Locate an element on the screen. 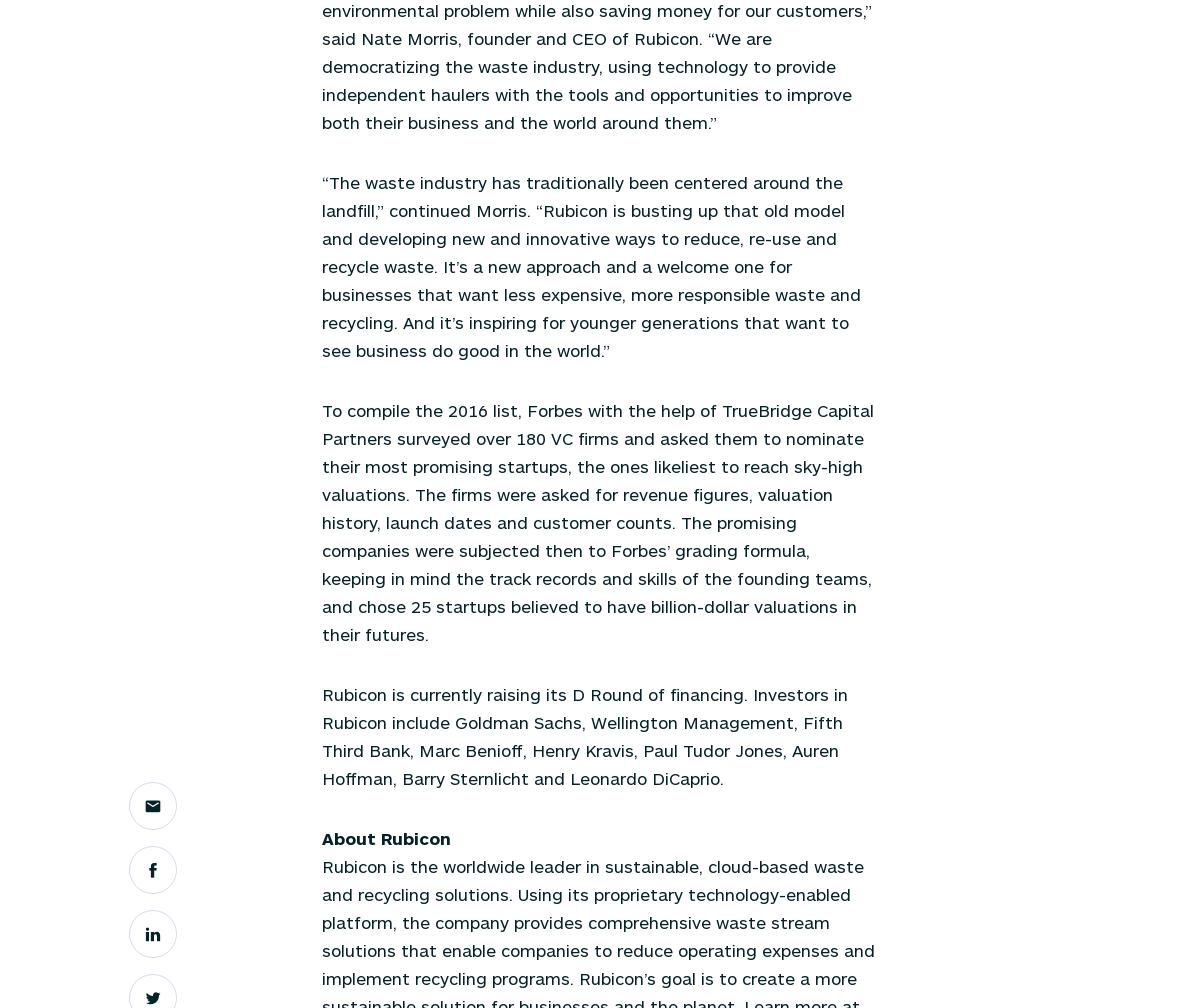 The width and height of the screenshot is (1200, 1008). 'Property Management' is located at coordinates (396, 198).